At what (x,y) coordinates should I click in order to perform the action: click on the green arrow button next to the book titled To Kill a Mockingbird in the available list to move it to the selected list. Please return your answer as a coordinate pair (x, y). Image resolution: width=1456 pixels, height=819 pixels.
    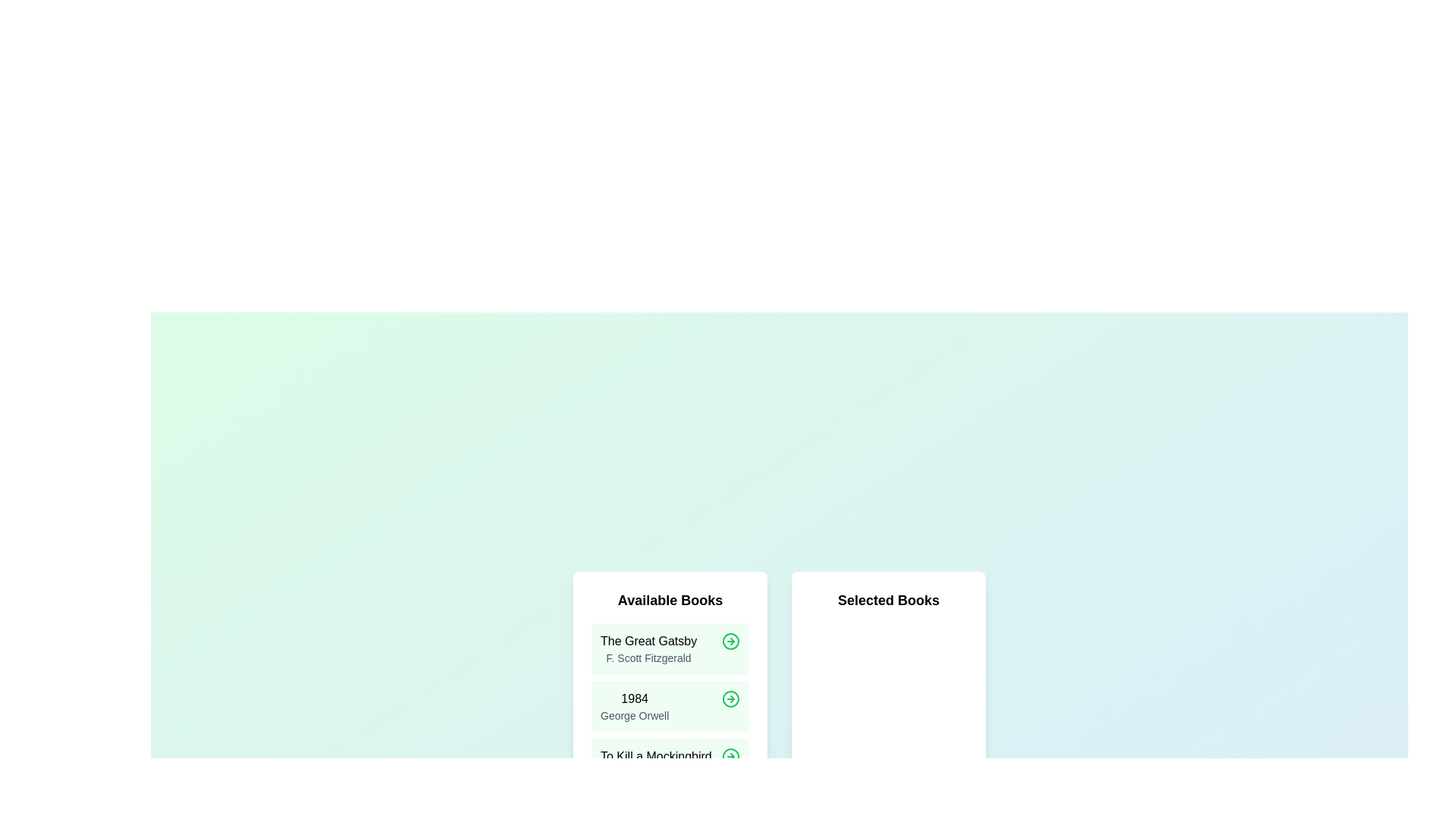
    Looking at the image, I should click on (731, 757).